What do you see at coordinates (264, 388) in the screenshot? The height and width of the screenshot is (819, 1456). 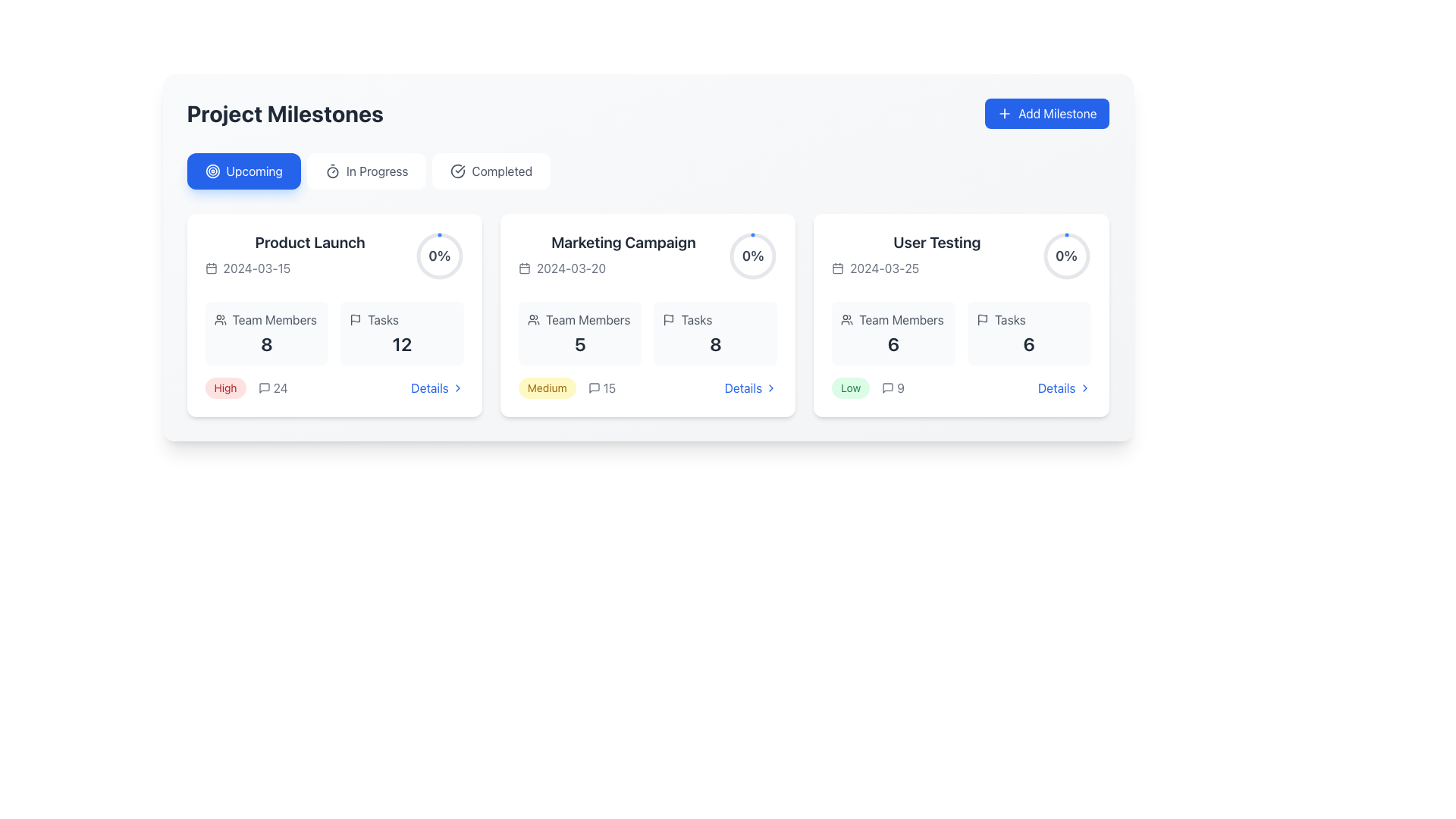 I see `the comments icon located in the first milestone card under the 'Product Launch' section, next to the text '24'` at bounding box center [264, 388].